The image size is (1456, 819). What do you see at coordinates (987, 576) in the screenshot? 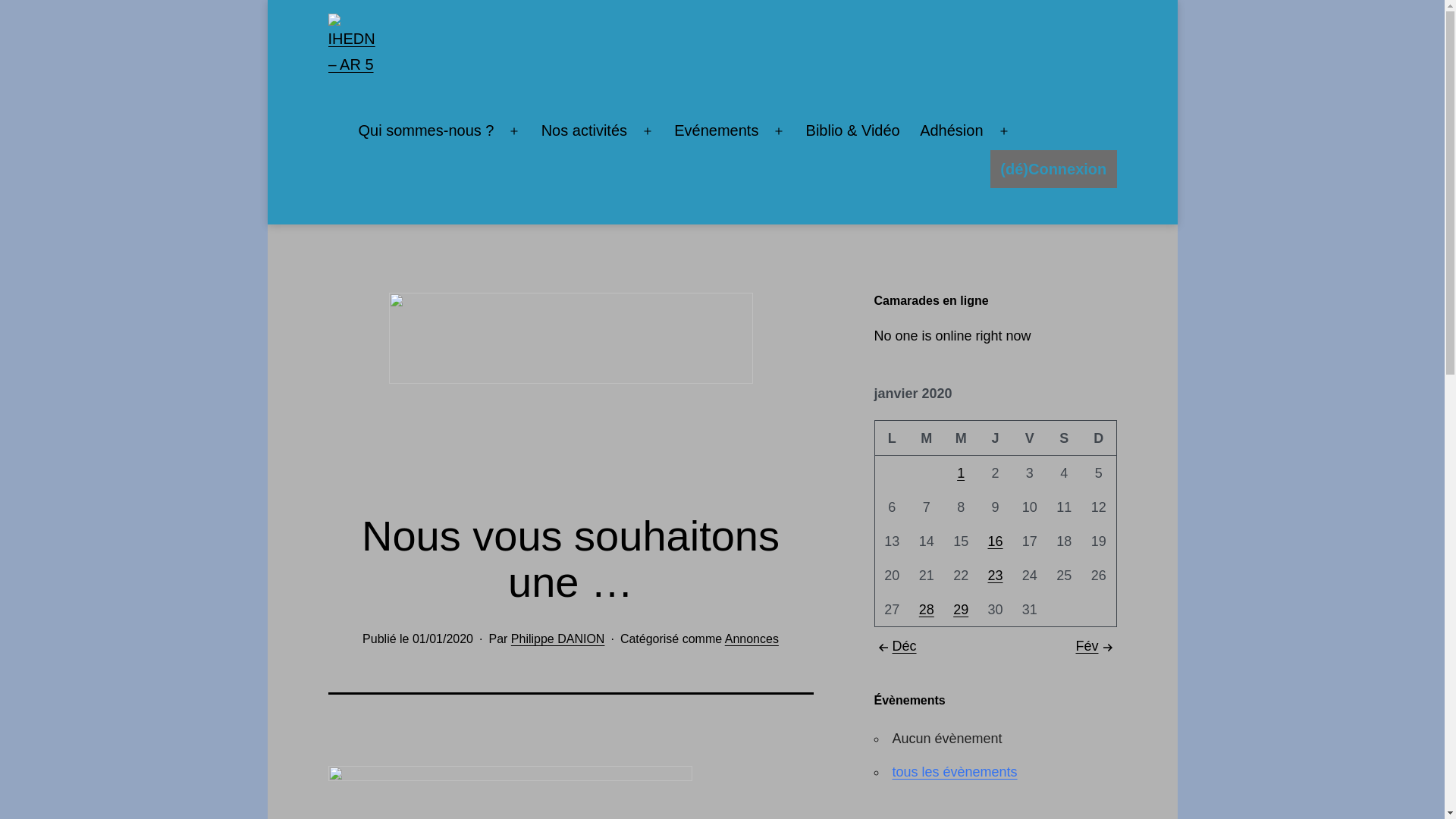
I see `'23'` at bounding box center [987, 576].